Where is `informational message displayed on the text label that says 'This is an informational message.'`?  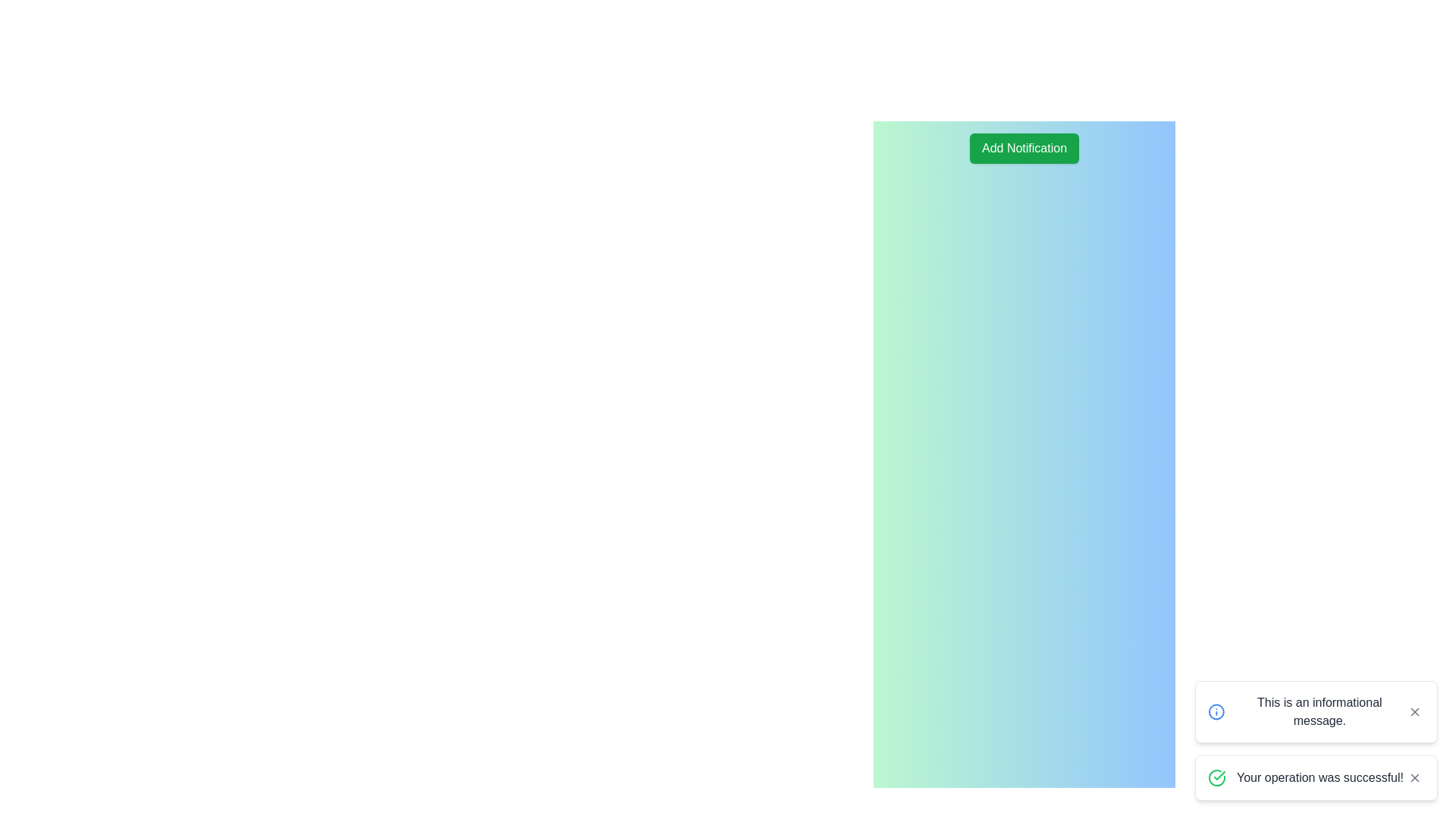
informational message displayed on the text label that says 'This is an informational message.' is located at coordinates (1319, 711).